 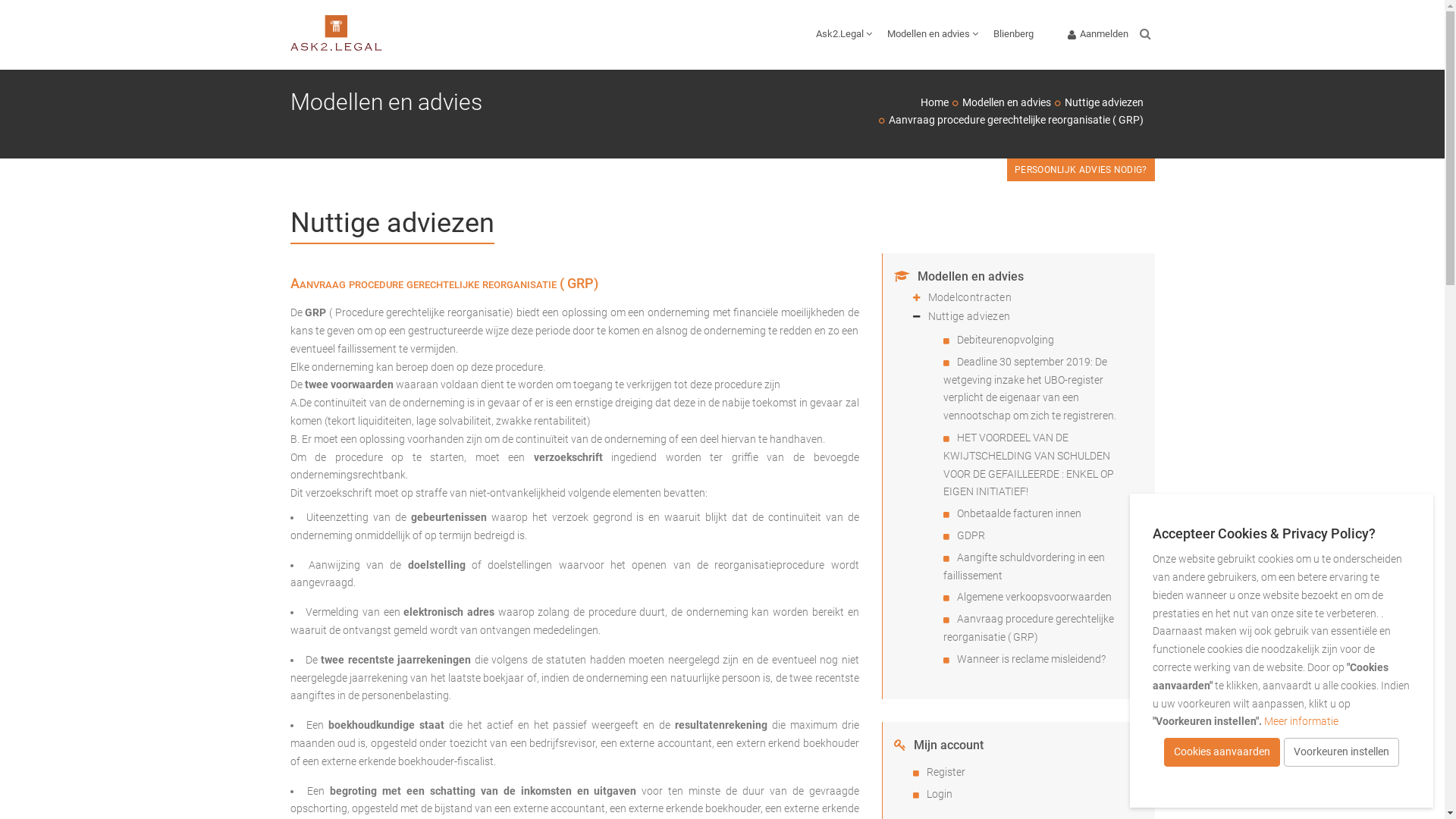 I want to click on 'Aanmelden', so click(x=1098, y=34).